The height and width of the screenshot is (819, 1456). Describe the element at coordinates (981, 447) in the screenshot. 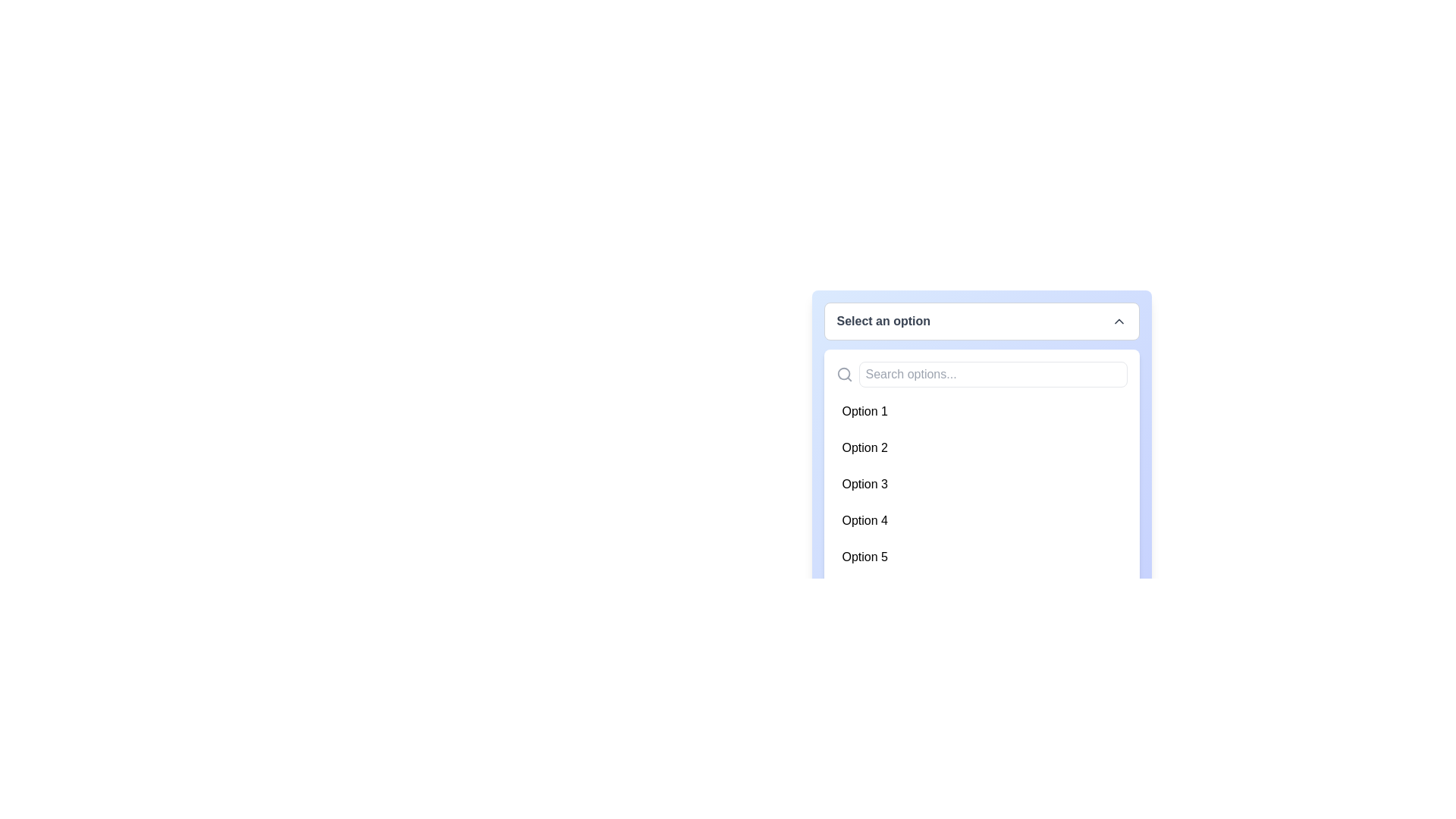

I see `the selectable item labeled 'Option 2' to trigger the hover effect` at that location.